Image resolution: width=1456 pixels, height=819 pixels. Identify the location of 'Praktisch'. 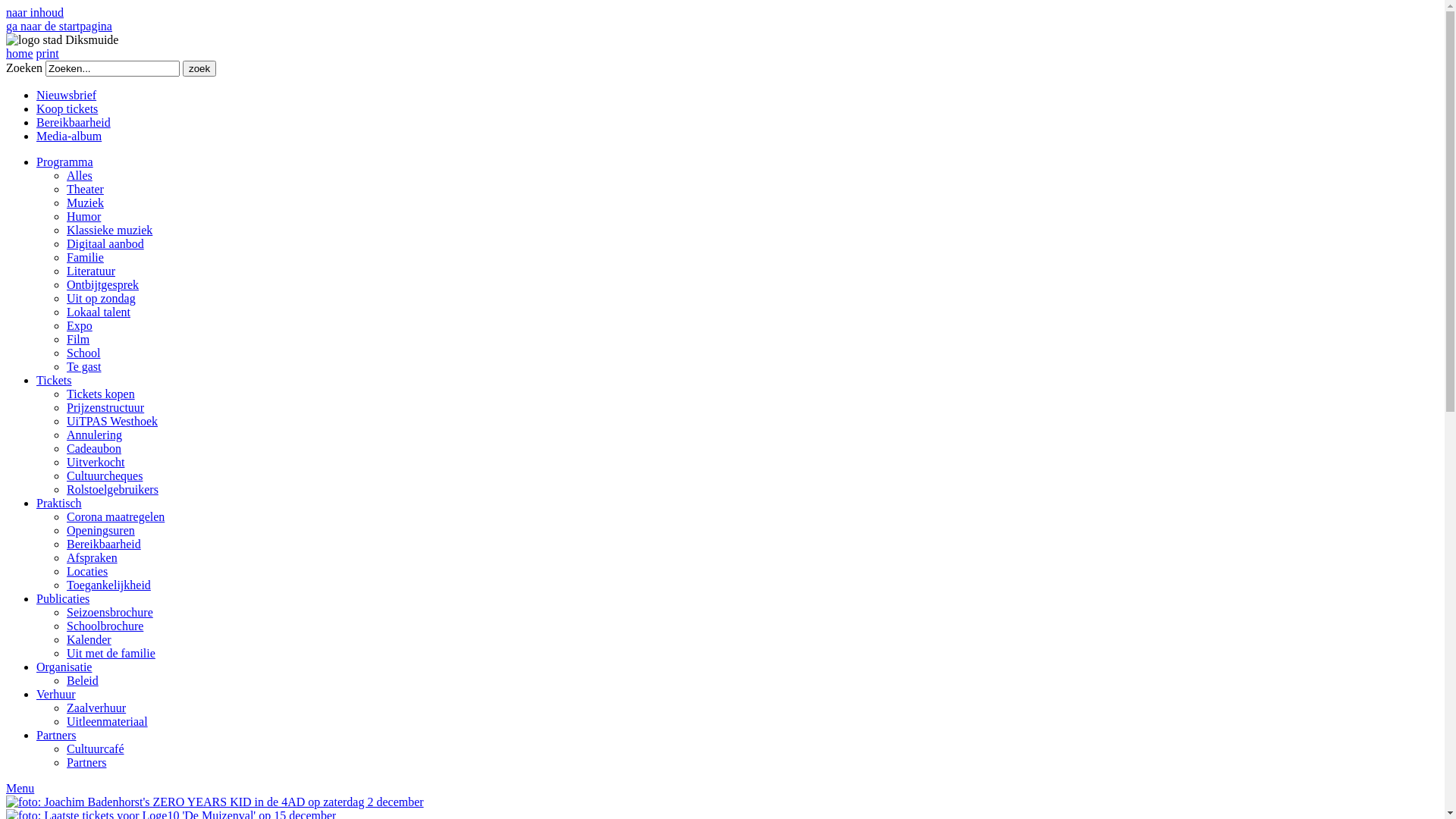
(36, 503).